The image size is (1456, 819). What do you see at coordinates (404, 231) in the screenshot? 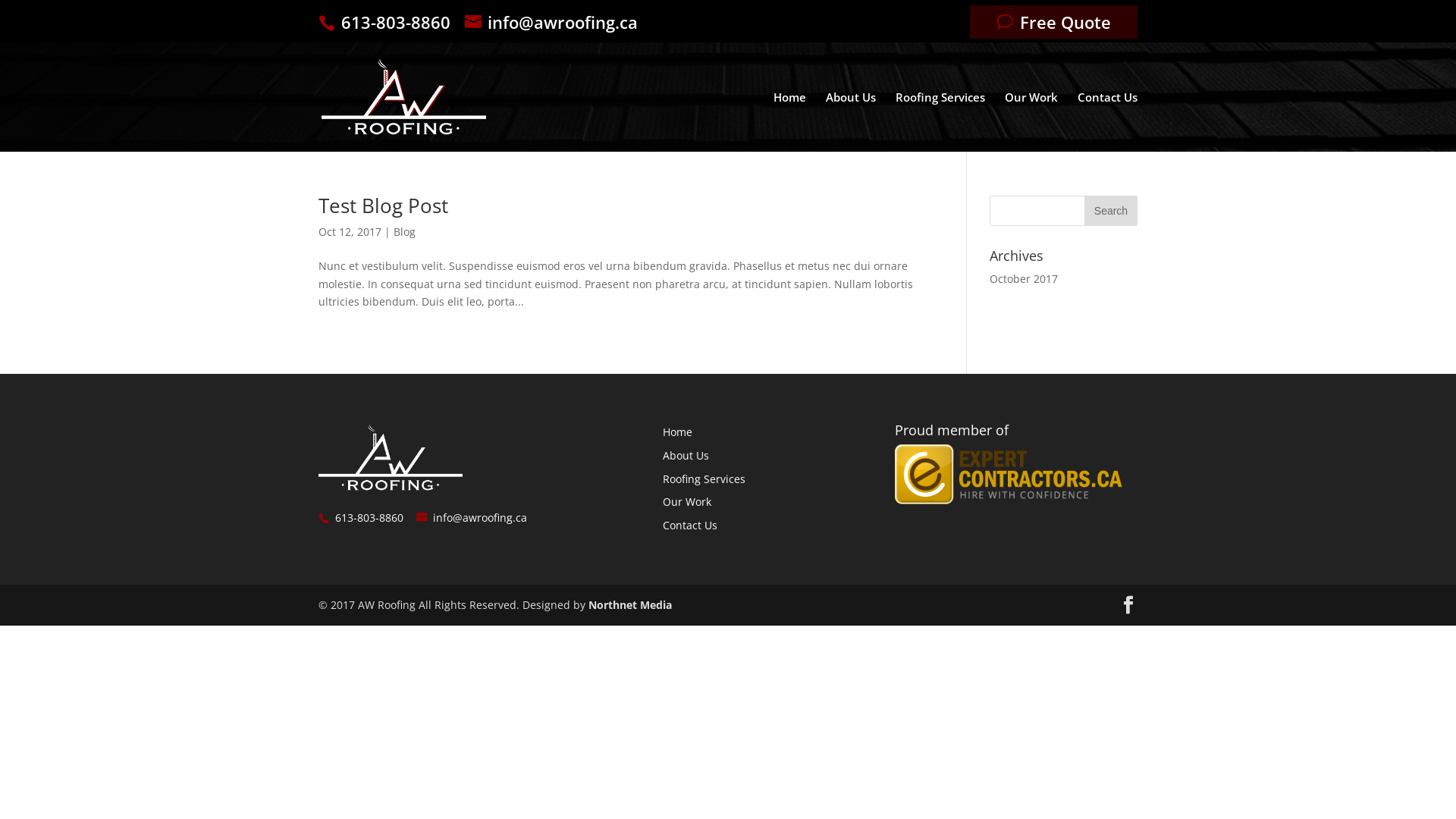
I see `'Blog'` at bounding box center [404, 231].